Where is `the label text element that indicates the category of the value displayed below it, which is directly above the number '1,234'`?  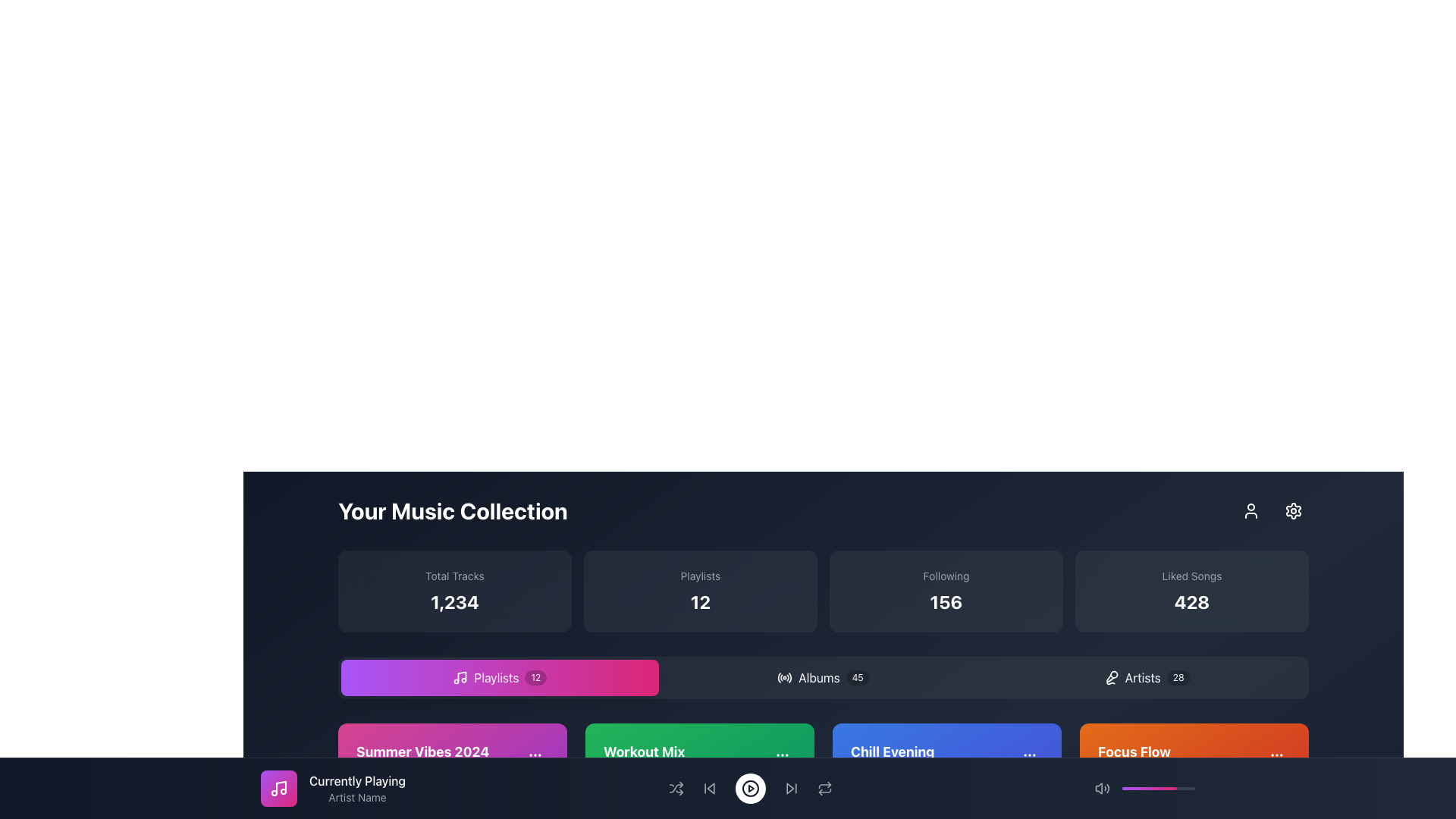
the label text element that indicates the category of the value displayed below it, which is directly above the number '1,234' is located at coordinates (454, 576).